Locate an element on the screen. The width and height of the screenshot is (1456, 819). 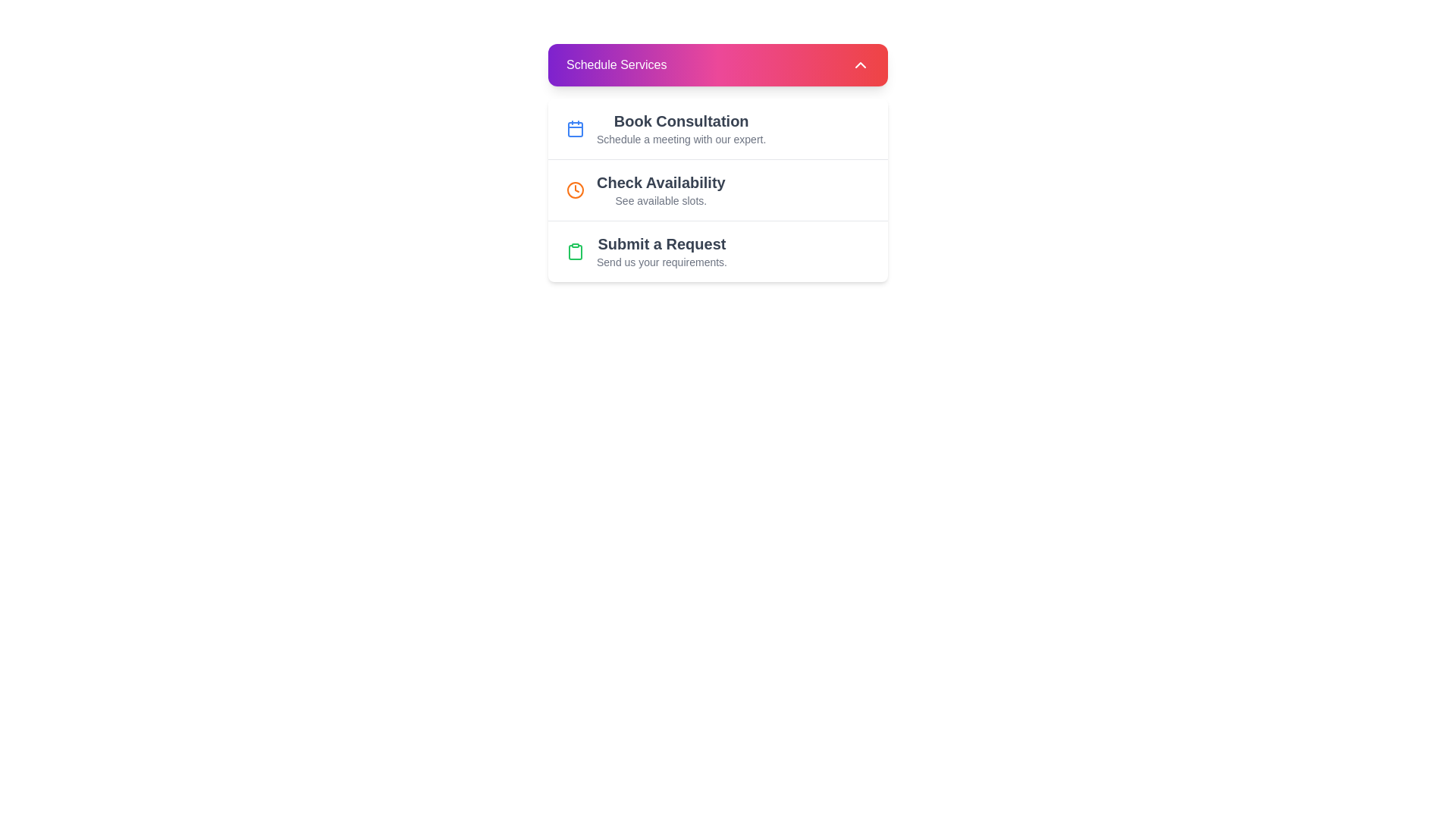
the 'Check Availability' menu item within the 'Schedule Services' section is located at coordinates (717, 163).